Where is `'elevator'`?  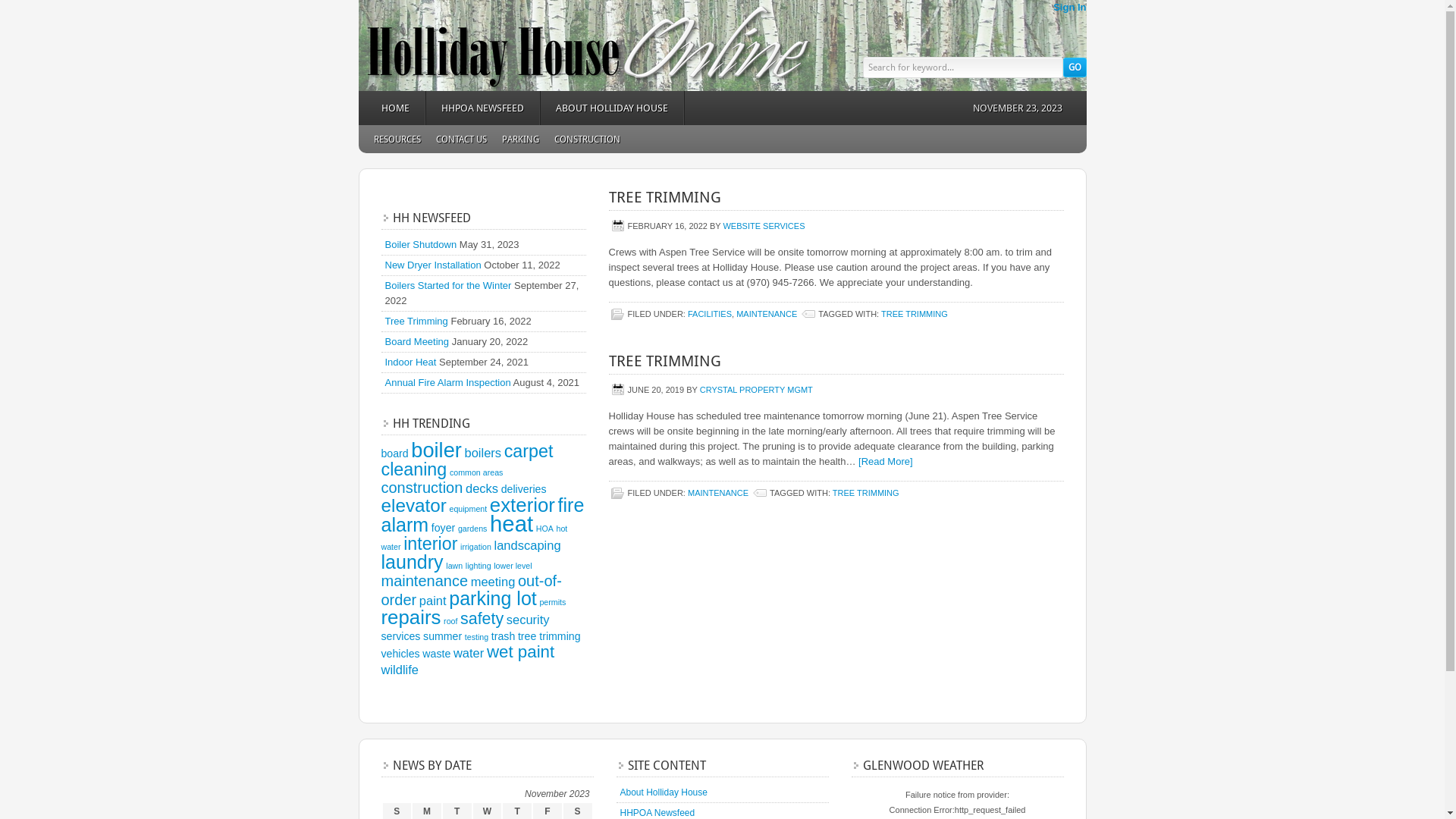 'elevator' is located at coordinates (413, 505).